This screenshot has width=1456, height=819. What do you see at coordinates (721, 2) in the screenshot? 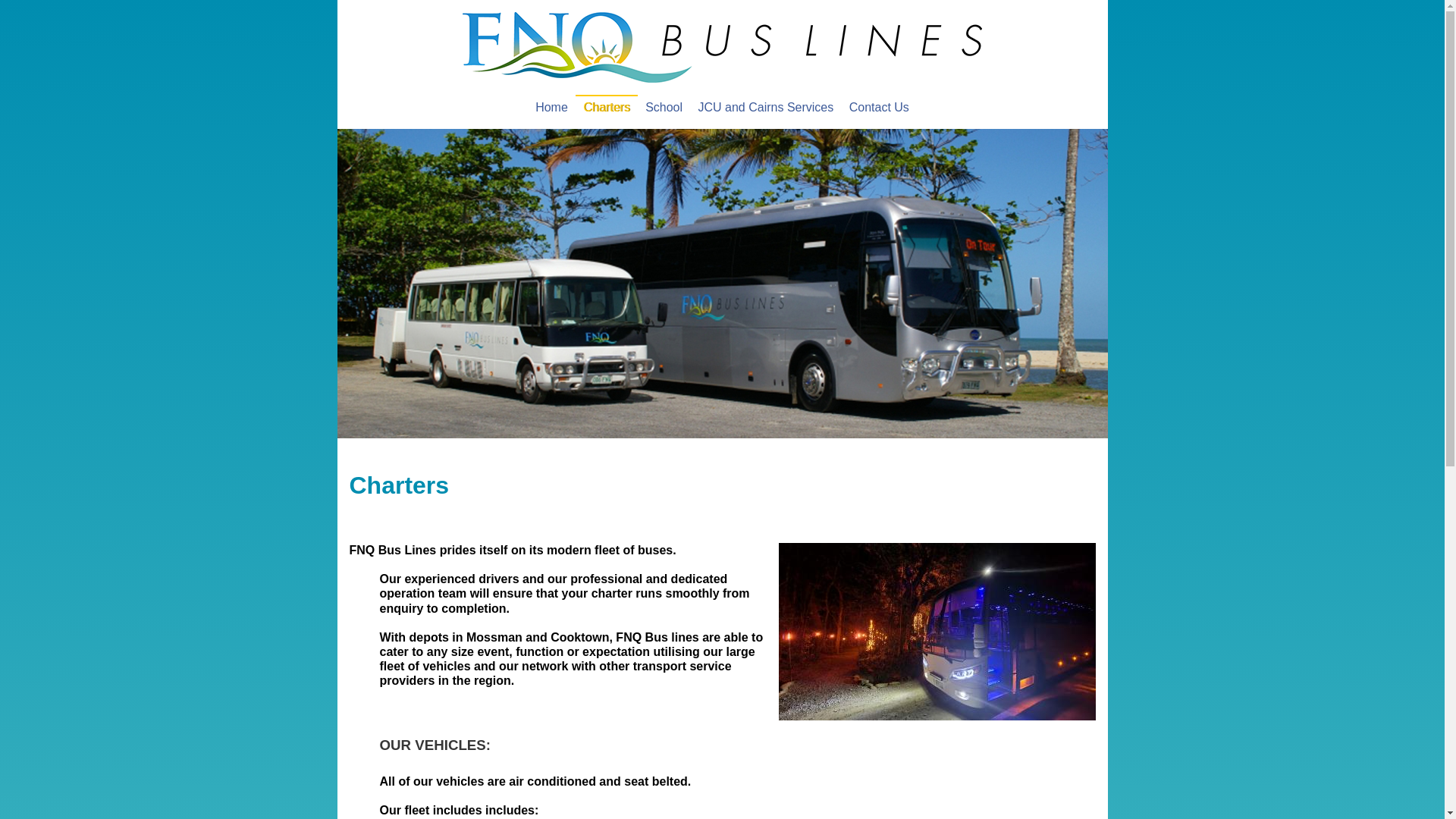
I see `'Jump to navigation'` at bounding box center [721, 2].